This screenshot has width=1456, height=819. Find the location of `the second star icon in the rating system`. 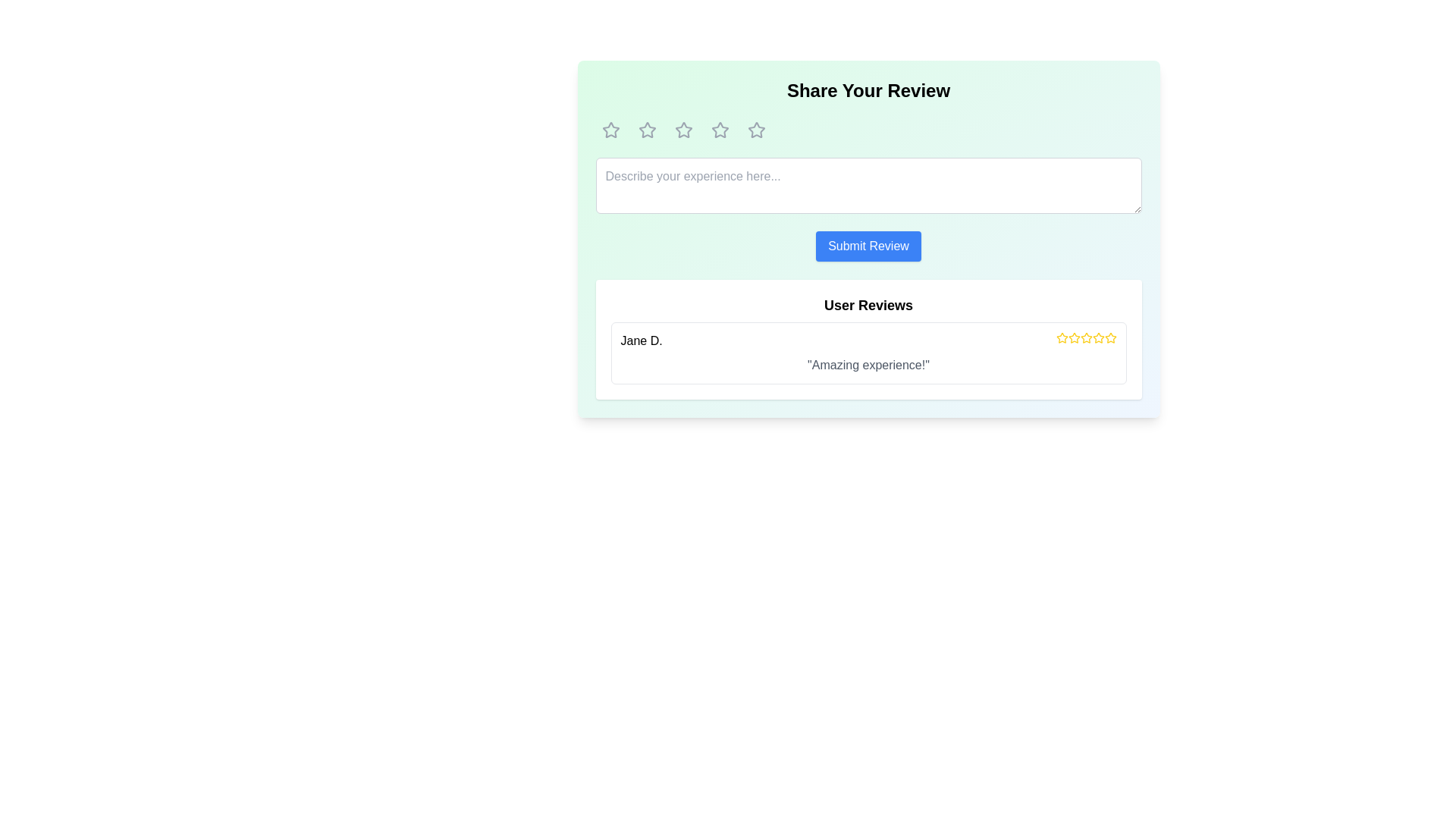

the second star icon in the rating system is located at coordinates (647, 129).